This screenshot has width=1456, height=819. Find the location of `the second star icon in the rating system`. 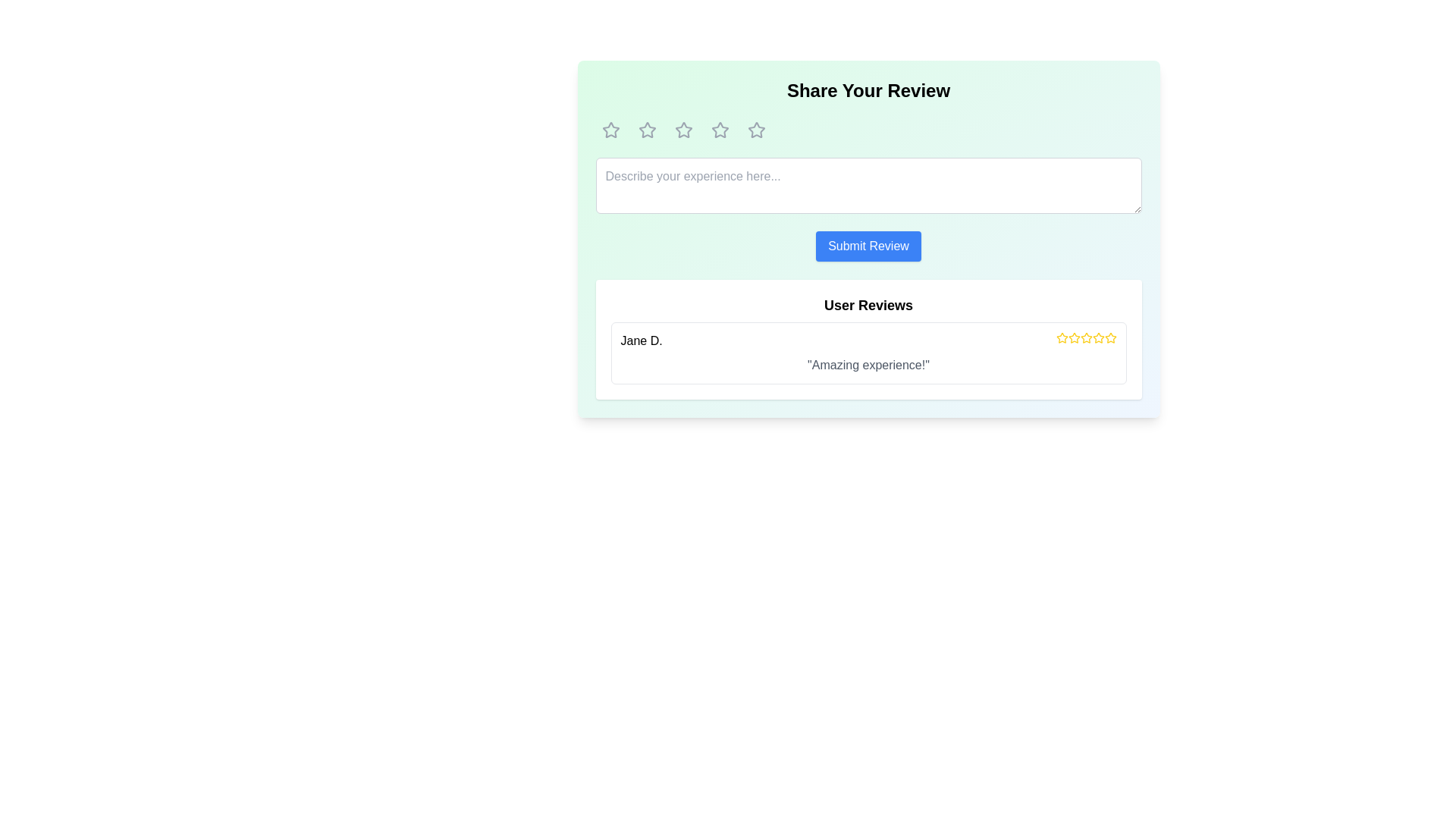

the second star icon in the rating system is located at coordinates (647, 129).